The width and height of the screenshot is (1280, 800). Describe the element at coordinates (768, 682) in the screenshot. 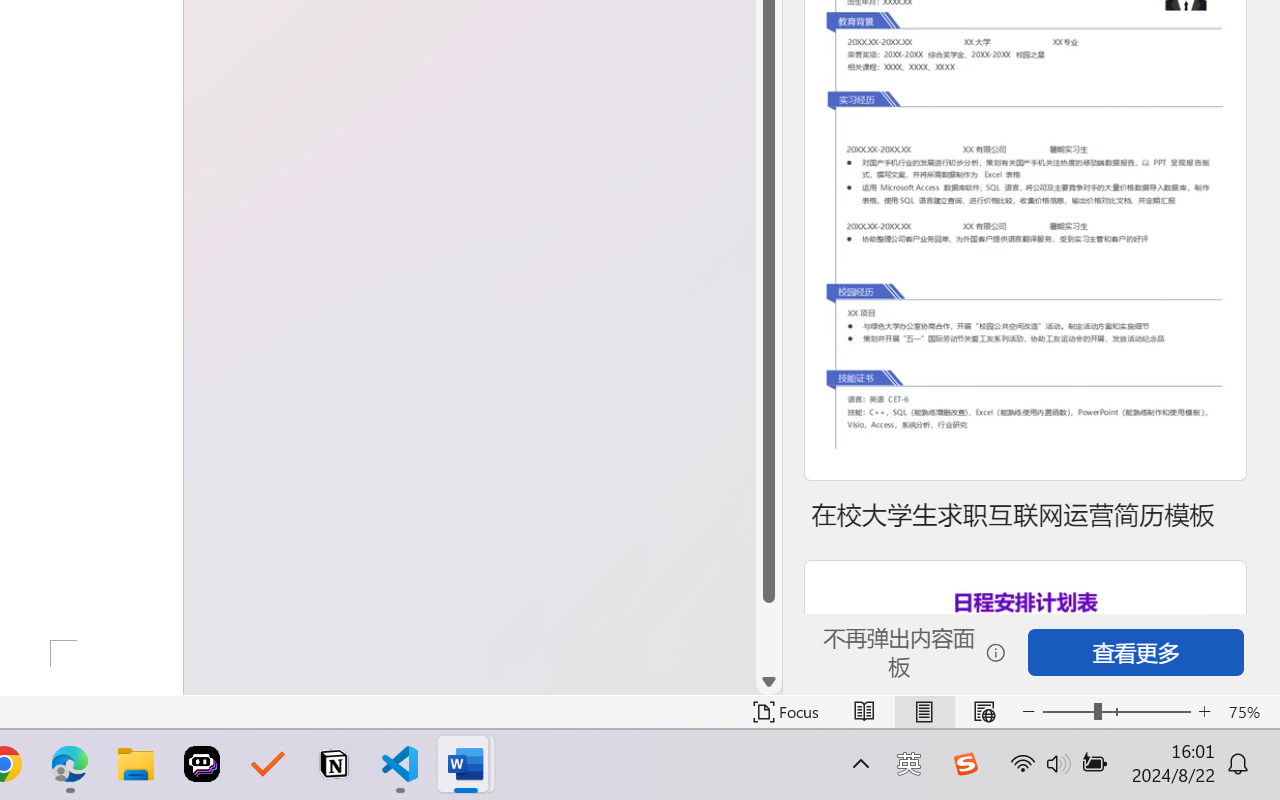

I see `'Line down'` at that location.